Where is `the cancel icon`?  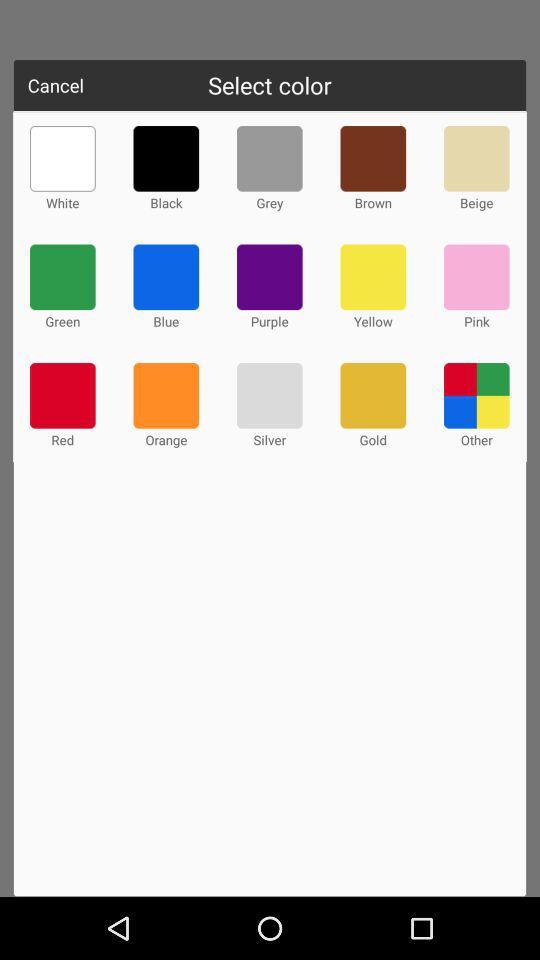
the cancel icon is located at coordinates (55, 85).